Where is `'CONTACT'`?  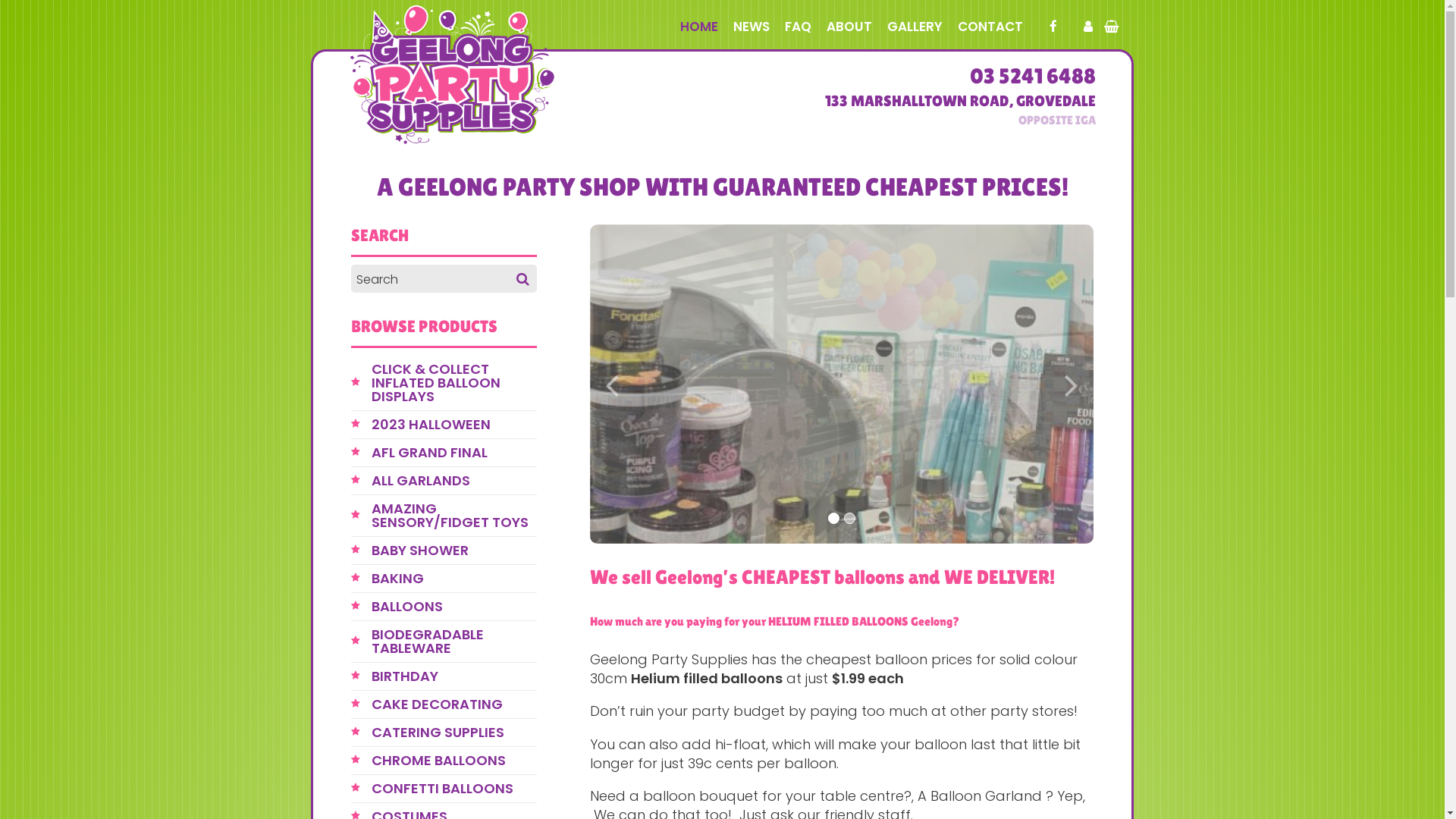
'CONTACT' is located at coordinates (990, 26).